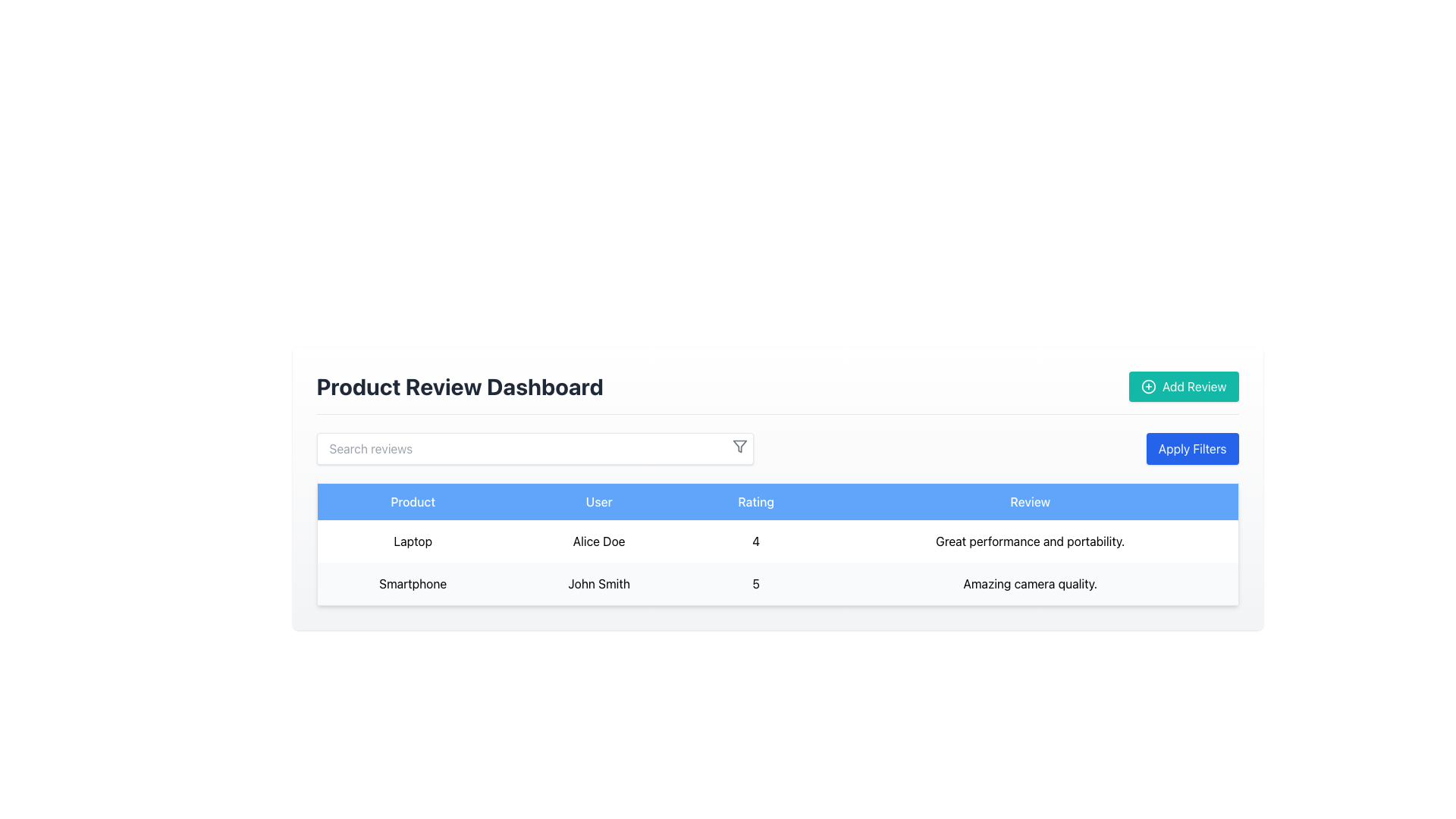 The height and width of the screenshot is (819, 1456). I want to click on the 'User' column header in the table, which is the second column header located between the 'Product' and 'Rating' columns, so click(598, 501).